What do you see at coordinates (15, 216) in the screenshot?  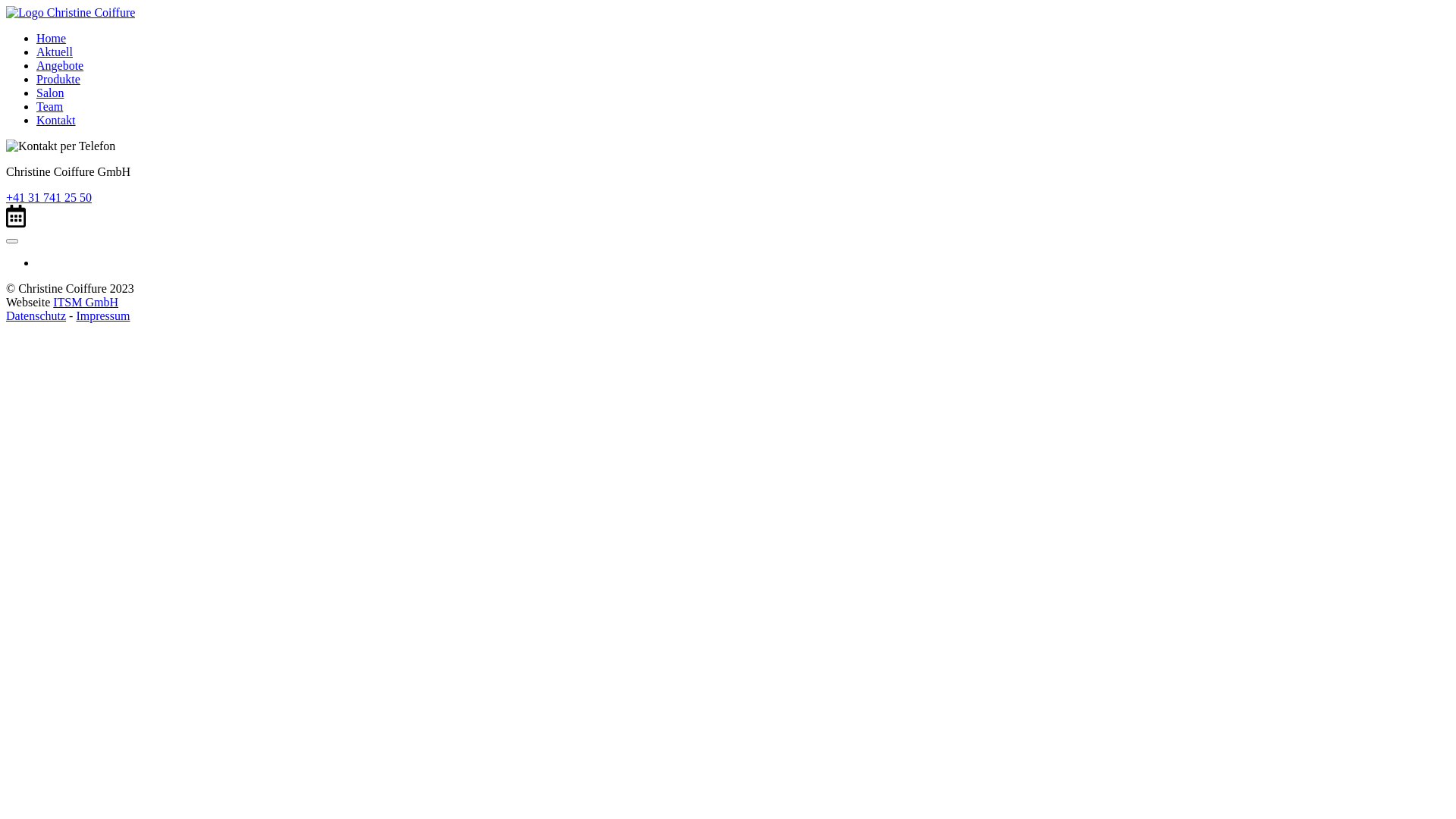 I see `'Online Termin Reservation'` at bounding box center [15, 216].